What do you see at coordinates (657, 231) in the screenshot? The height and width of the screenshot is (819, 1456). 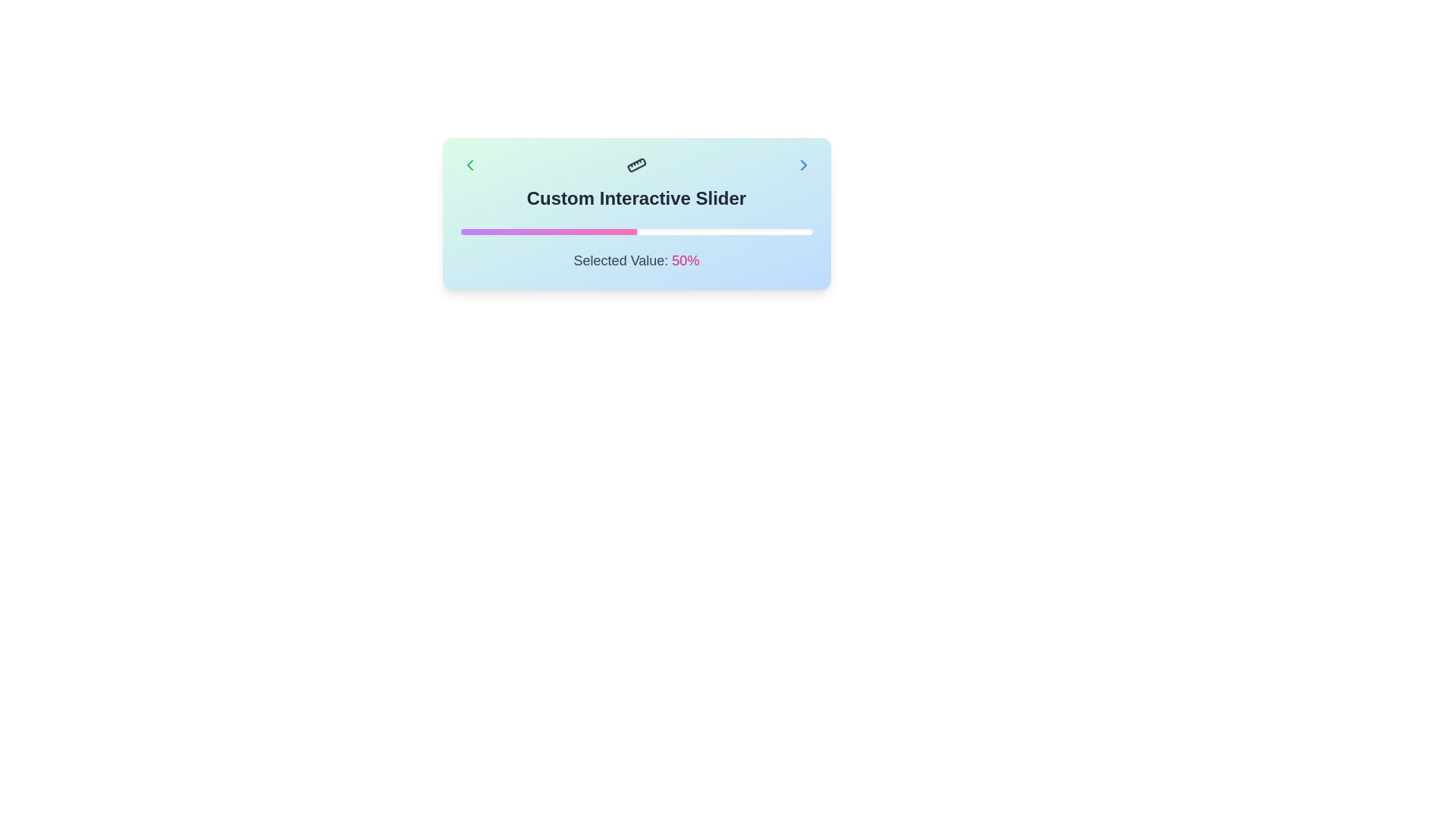 I see `the slider value` at bounding box center [657, 231].